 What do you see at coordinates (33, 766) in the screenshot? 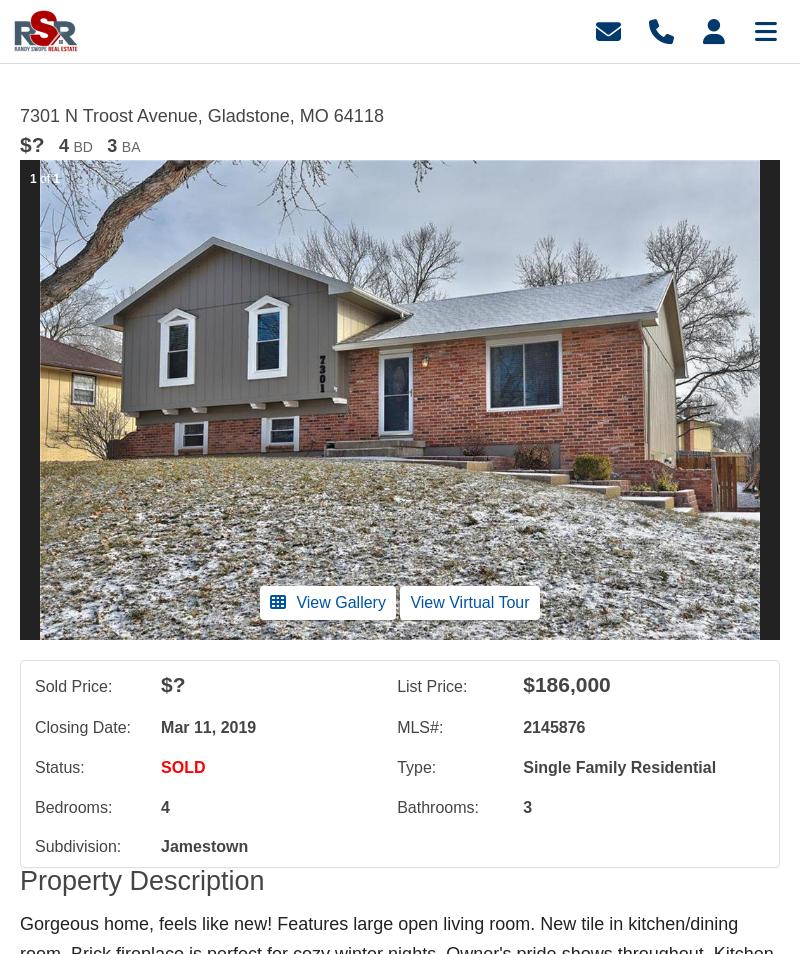
I see `'Status'` at bounding box center [33, 766].